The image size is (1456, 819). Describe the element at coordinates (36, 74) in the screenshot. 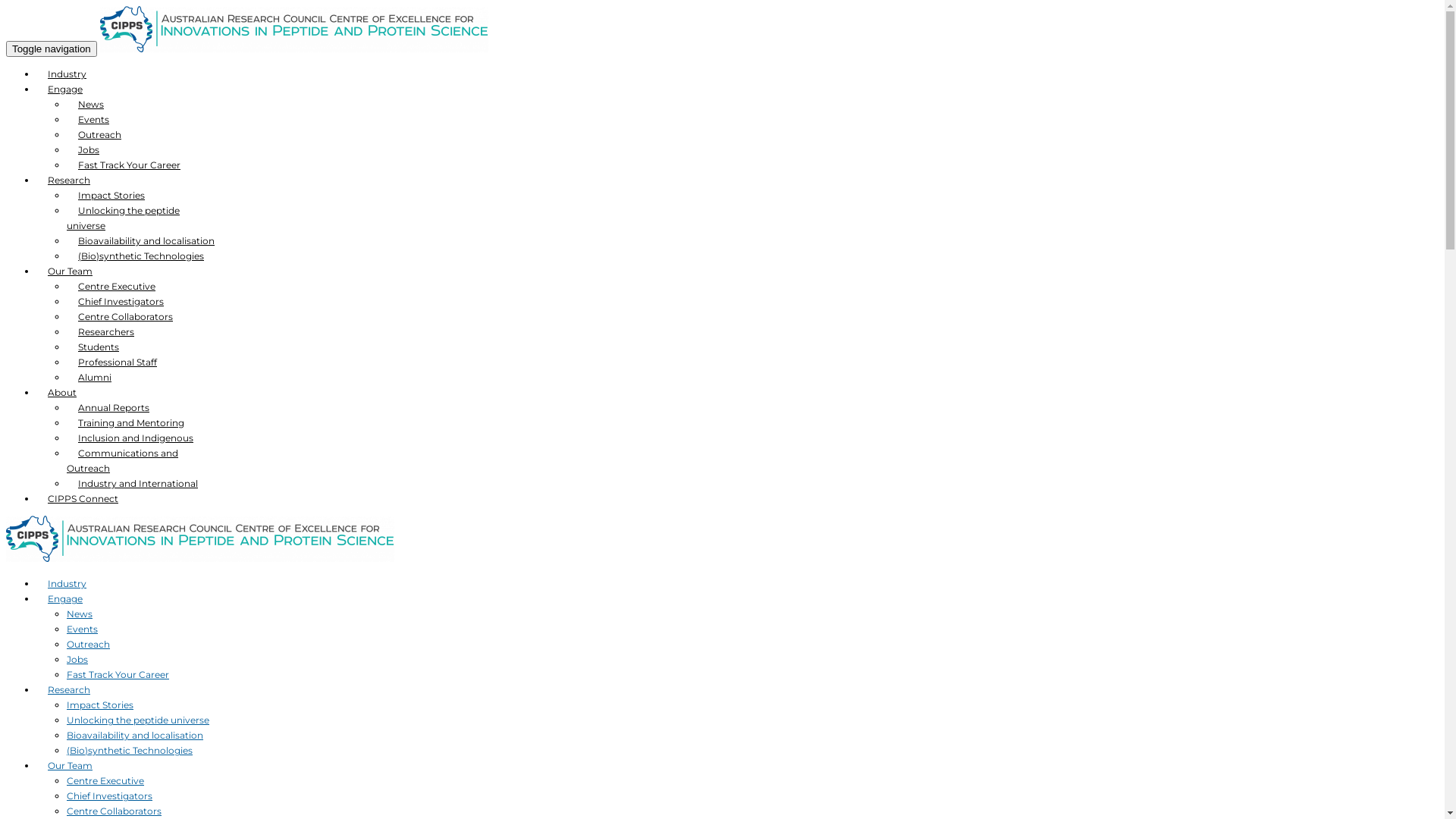

I see `'Industry'` at that location.